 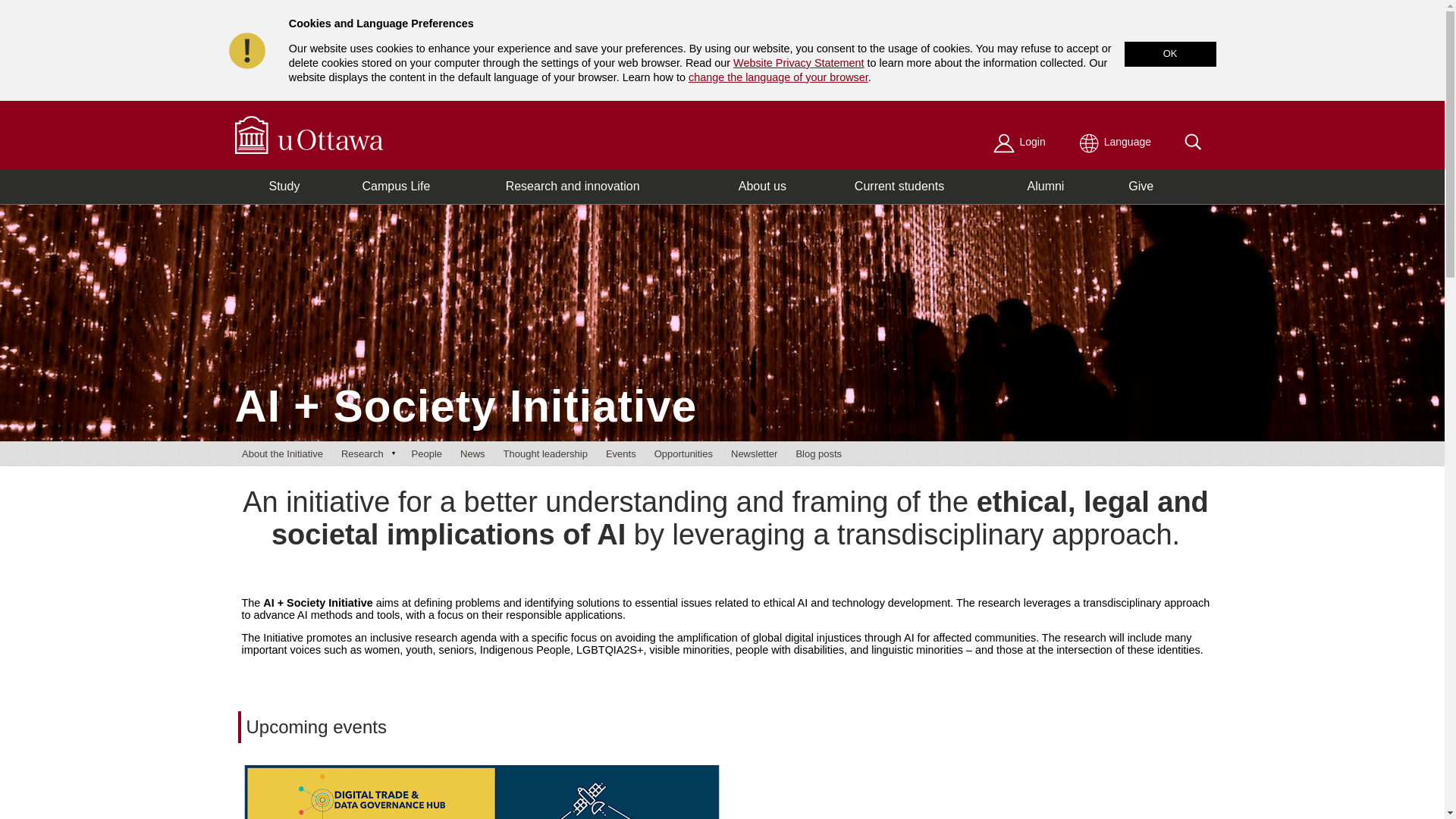 What do you see at coordinates (1141, 186) in the screenshot?
I see `'Give'` at bounding box center [1141, 186].